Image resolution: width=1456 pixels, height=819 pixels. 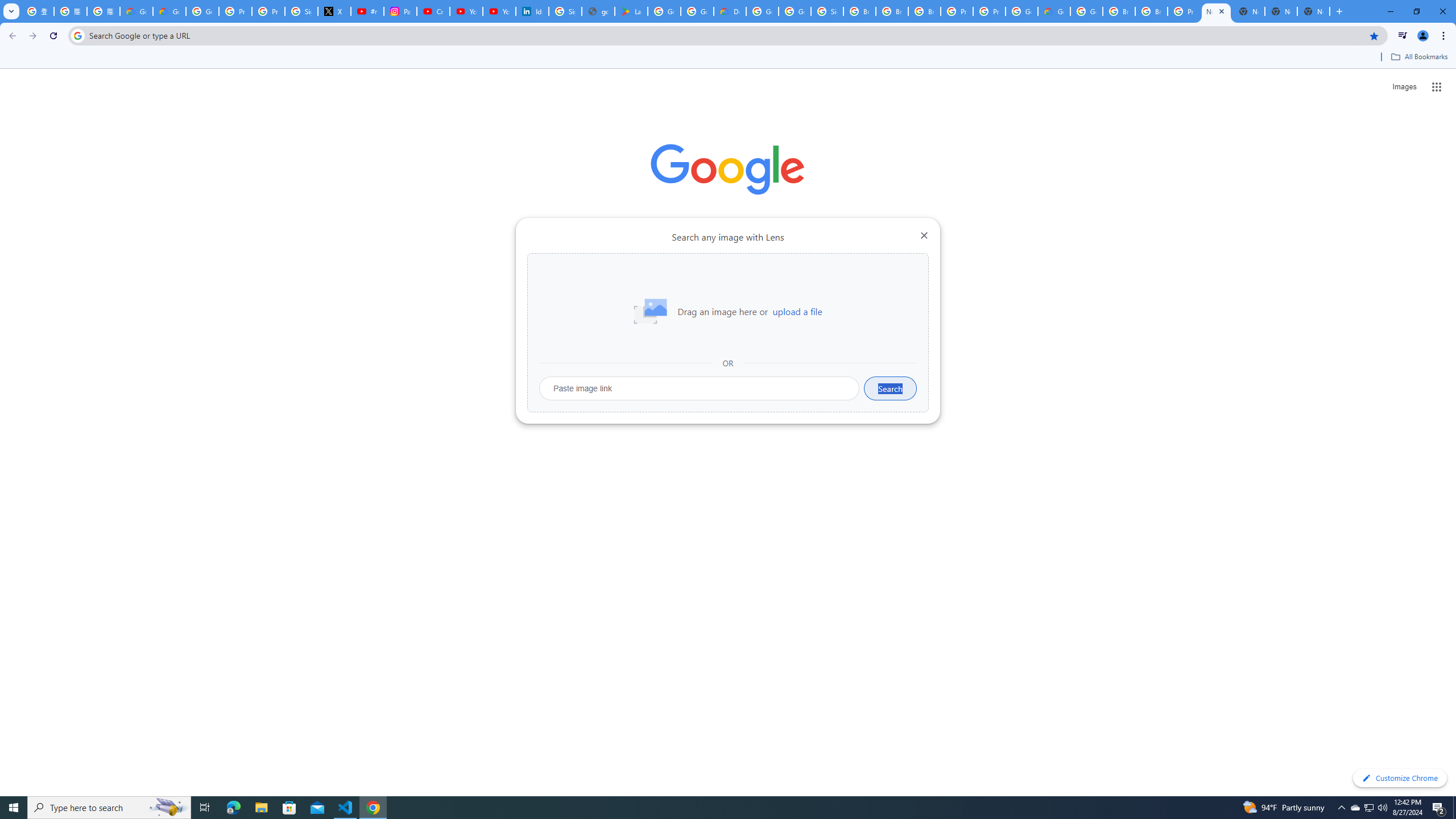 I want to click on 'All Bookmarks', so click(x=1418, y=56).